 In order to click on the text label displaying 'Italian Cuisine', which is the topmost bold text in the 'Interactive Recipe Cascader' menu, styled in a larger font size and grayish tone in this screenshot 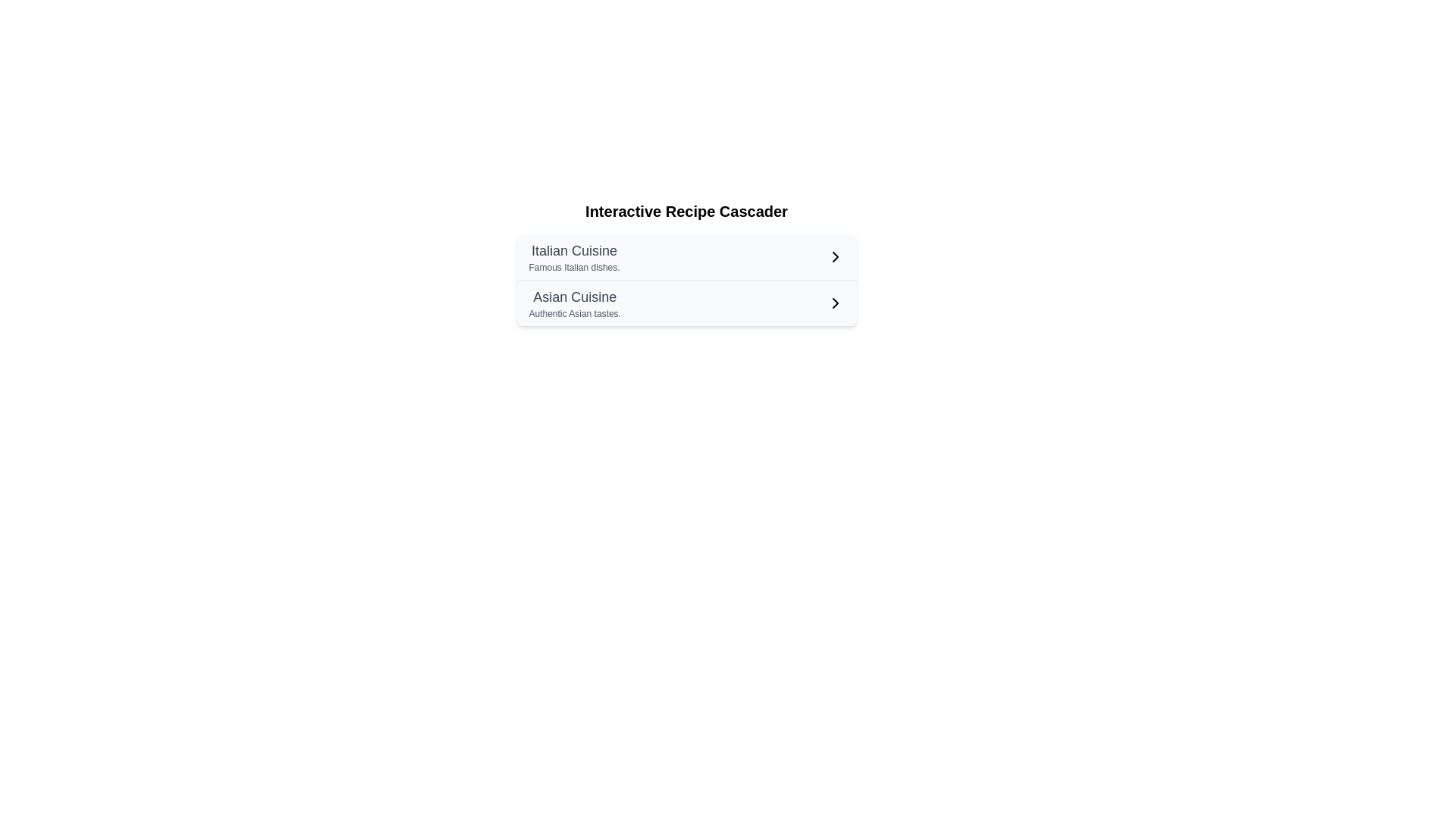, I will do `click(573, 250)`.